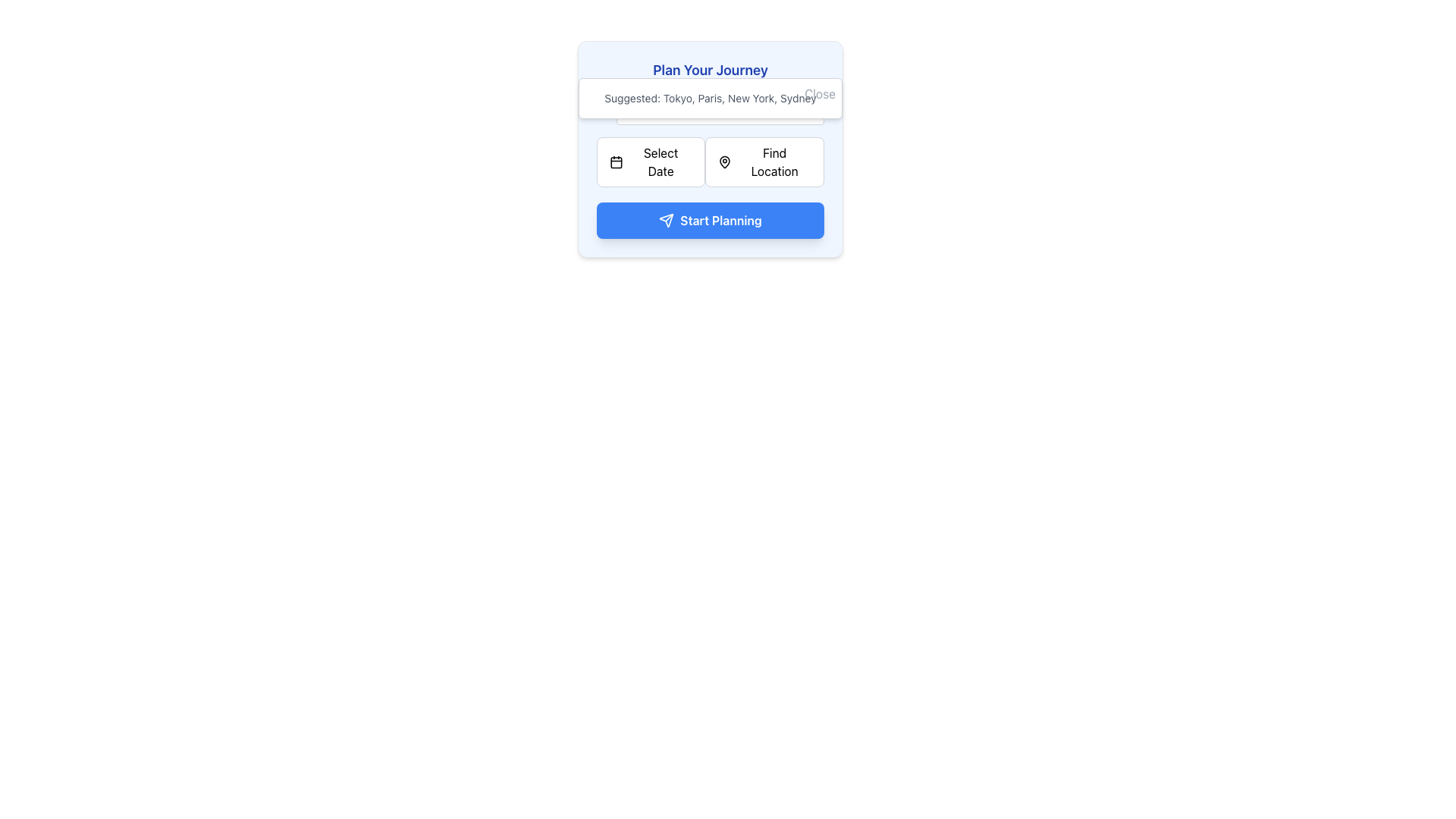 This screenshot has height=819, width=1456. I want to click on the stylized map pin icon located to the left of the 'Find Location' text label within the button, so click(723, 162).